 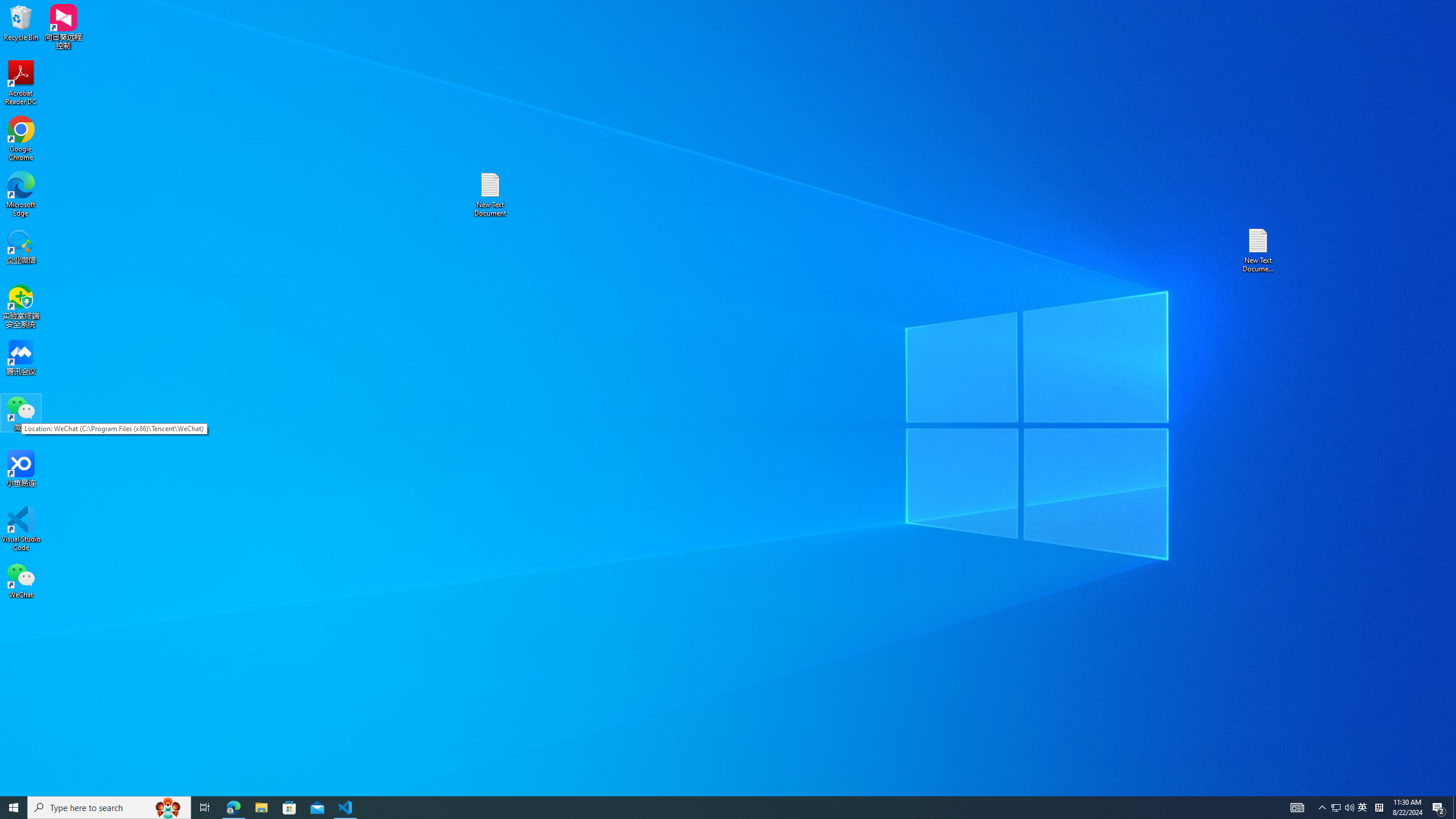 I want to click on 'Type here to search', so click(x=109, y=806).